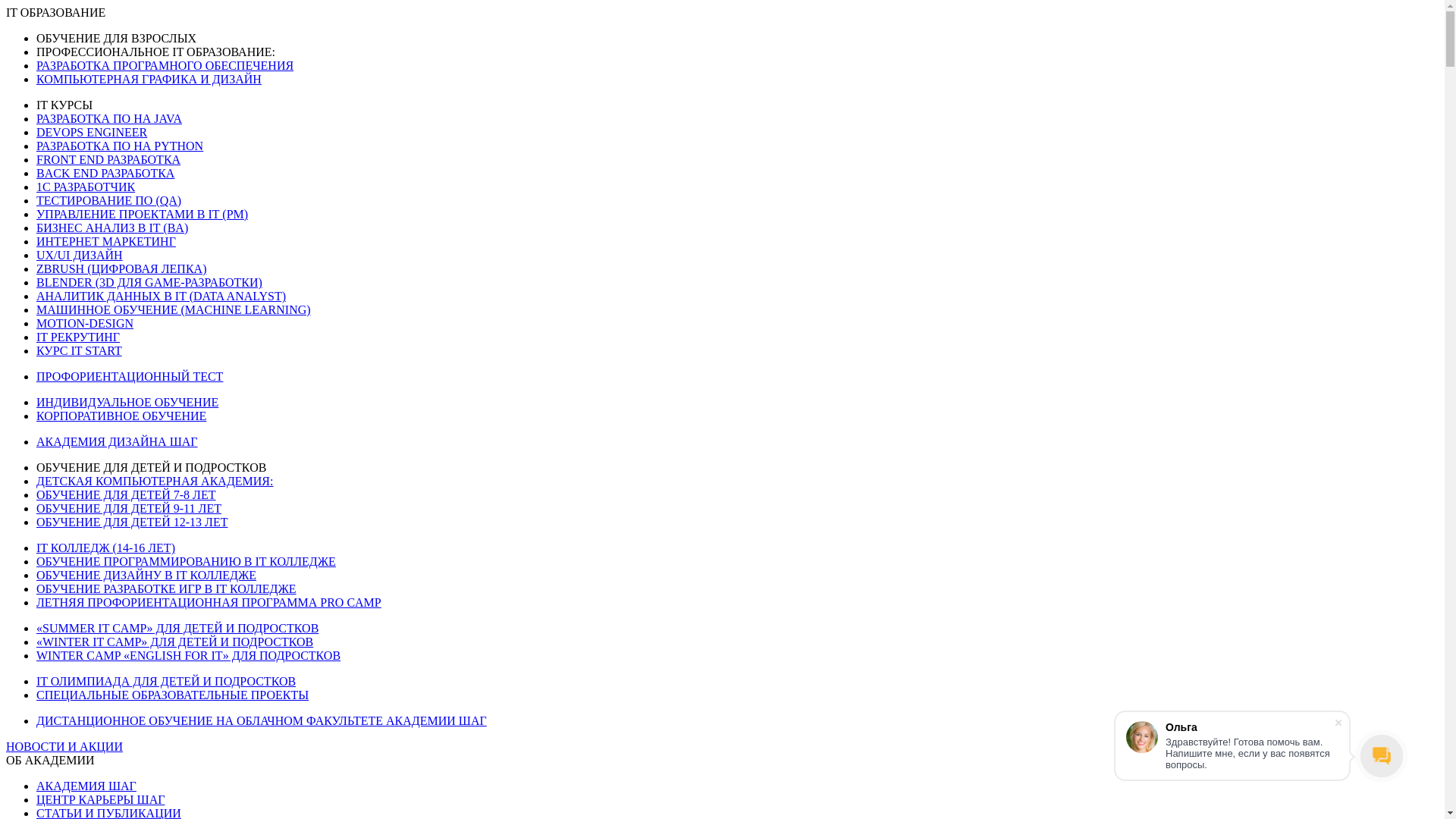 The width and height of the screenshot is (1456, 819). What do you see at coordinates (83, 322) in the screenshot?
I see `'MOTION-DESIGN'` at bounding box center [83, 322].